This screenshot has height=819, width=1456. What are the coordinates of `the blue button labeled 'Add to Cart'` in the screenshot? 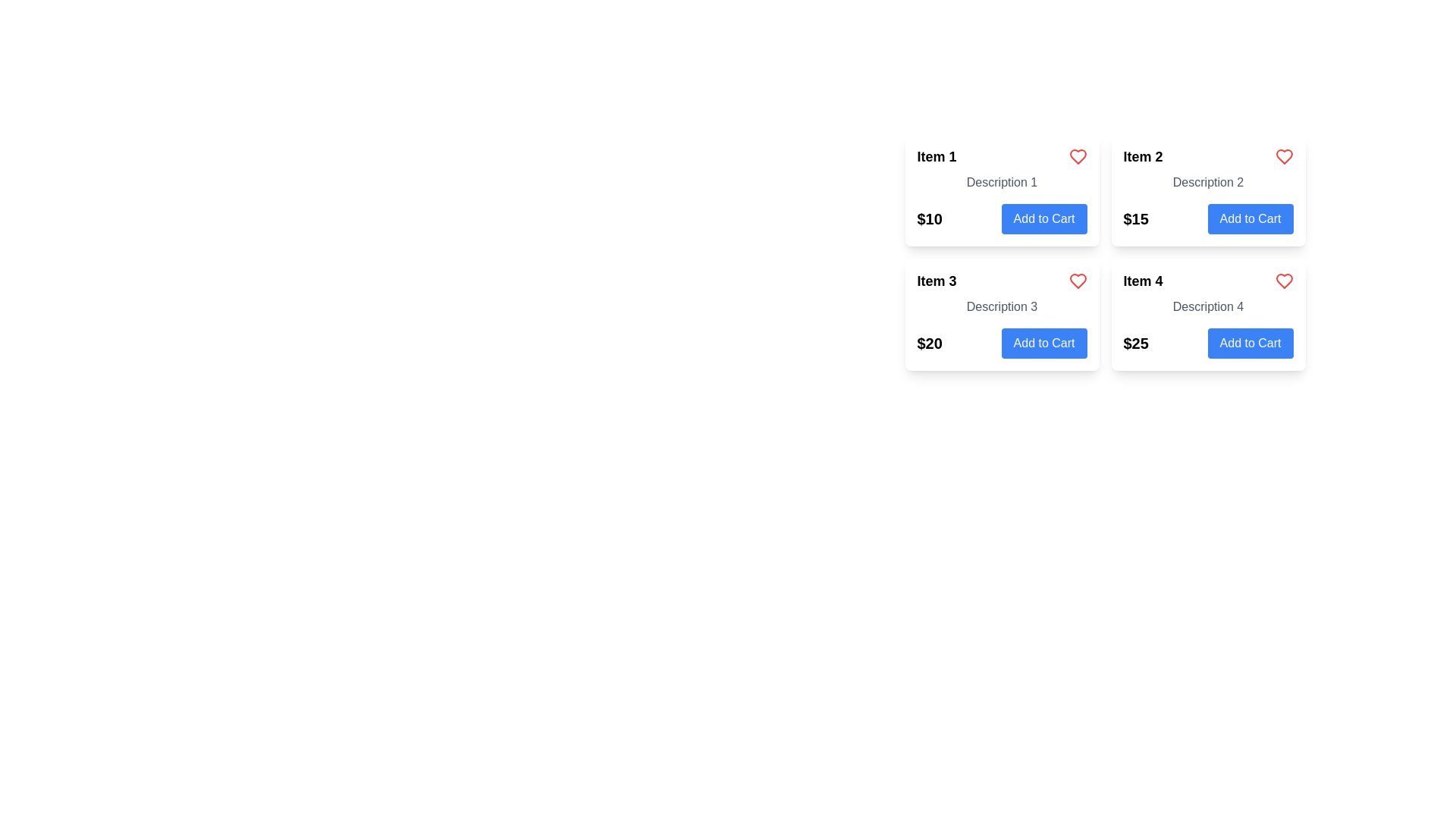 It's located at (1250, 343).